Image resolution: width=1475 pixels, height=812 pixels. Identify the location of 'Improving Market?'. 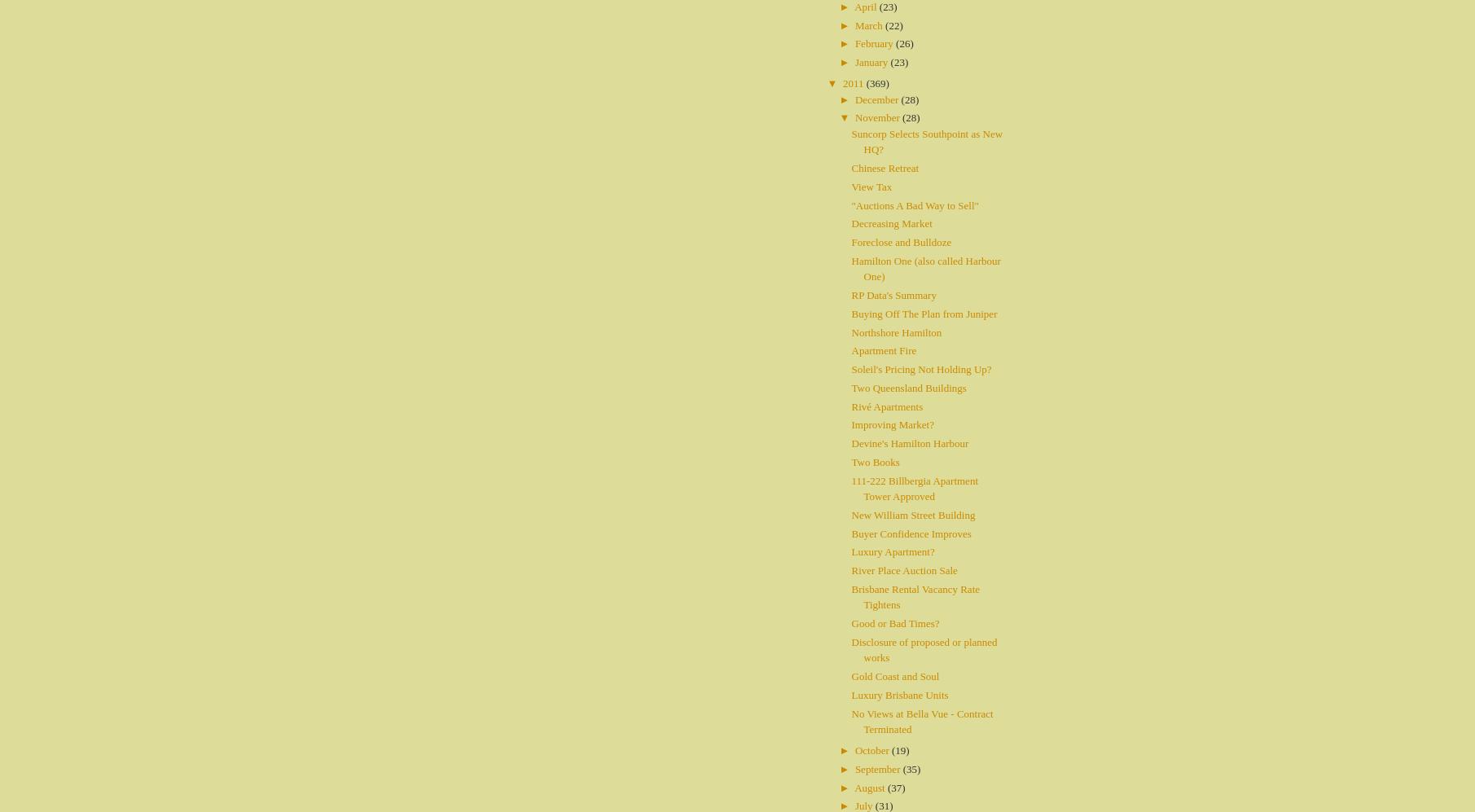
(892, 424).